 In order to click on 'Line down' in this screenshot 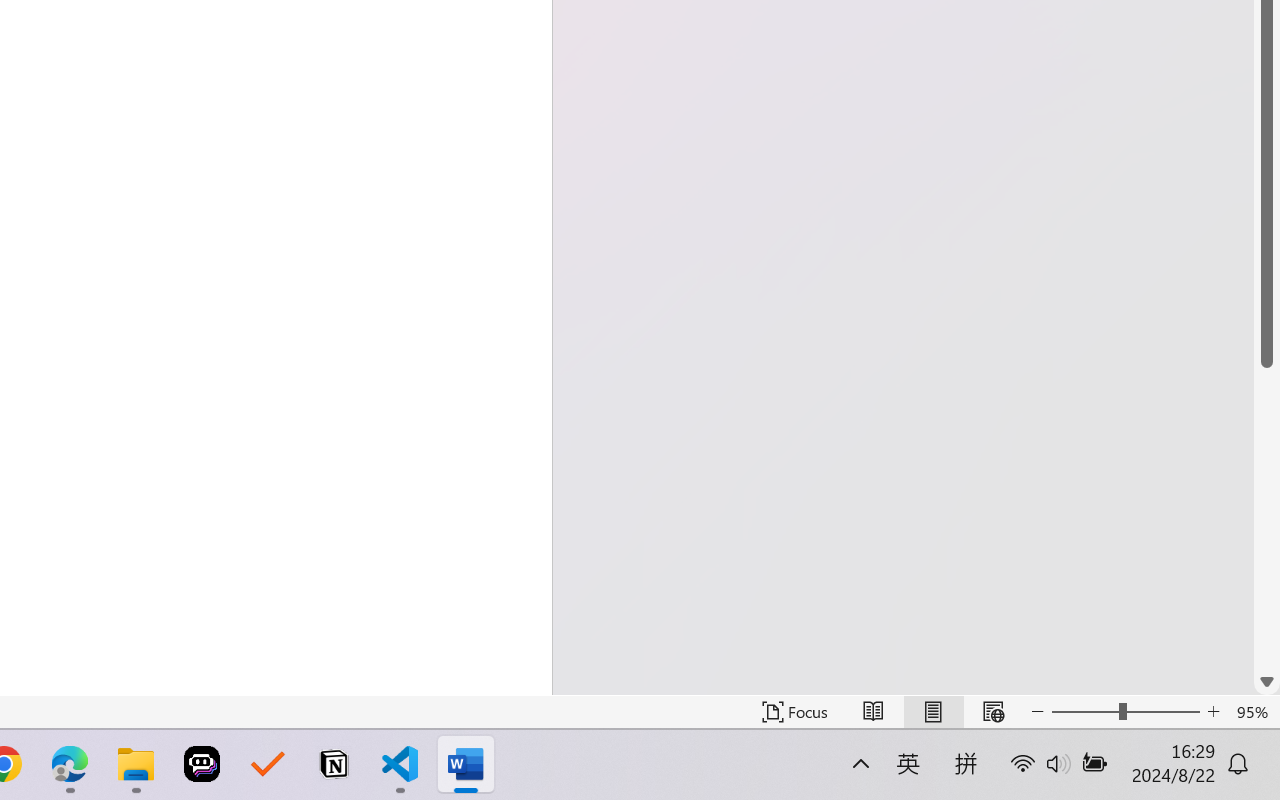, I will do `click(1266, 682)`.